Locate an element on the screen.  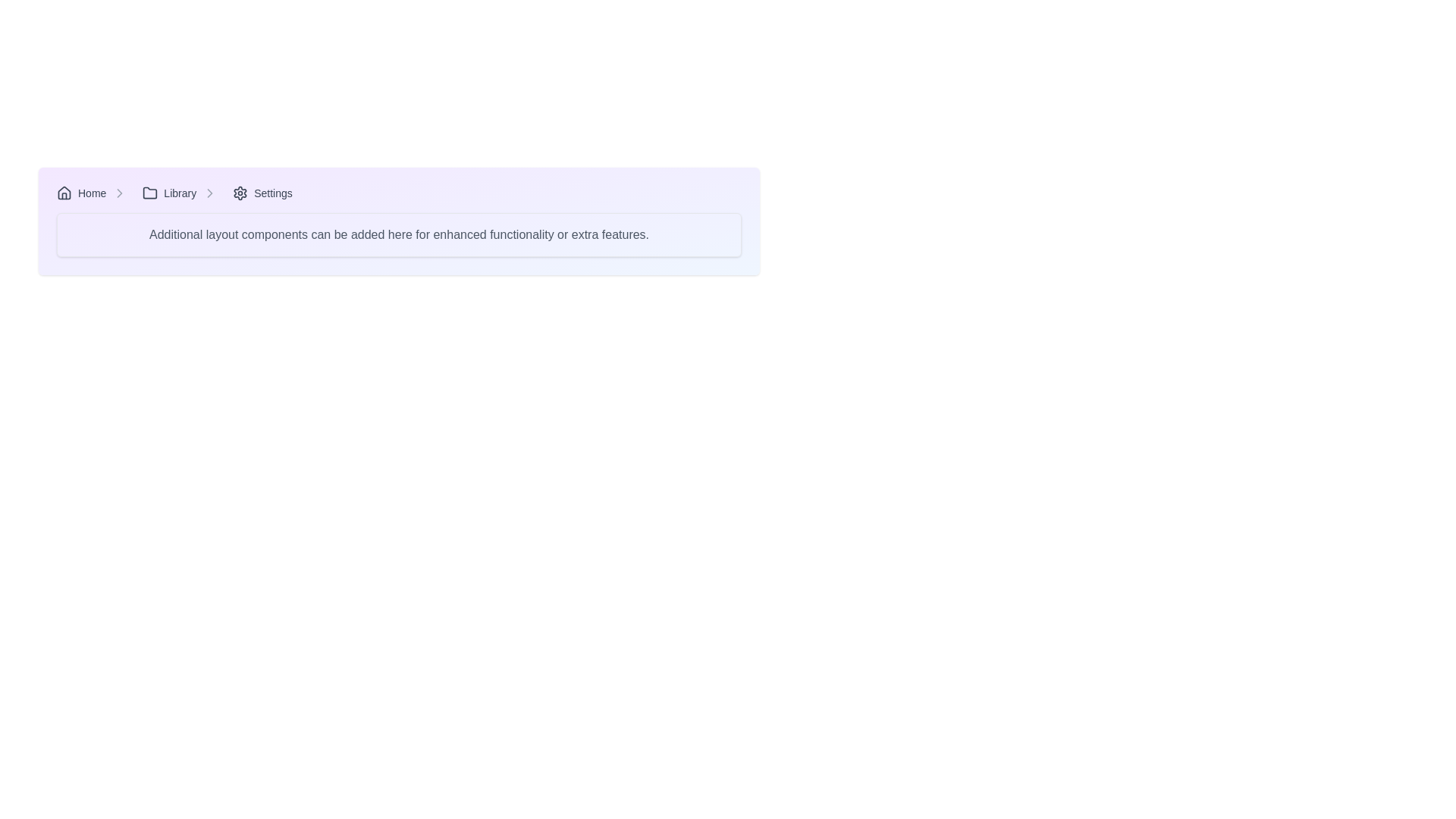
text label 'Library' which is part of the breadcrumb navigation bar, positioned second among menu items is located at coordinates (180, 192).